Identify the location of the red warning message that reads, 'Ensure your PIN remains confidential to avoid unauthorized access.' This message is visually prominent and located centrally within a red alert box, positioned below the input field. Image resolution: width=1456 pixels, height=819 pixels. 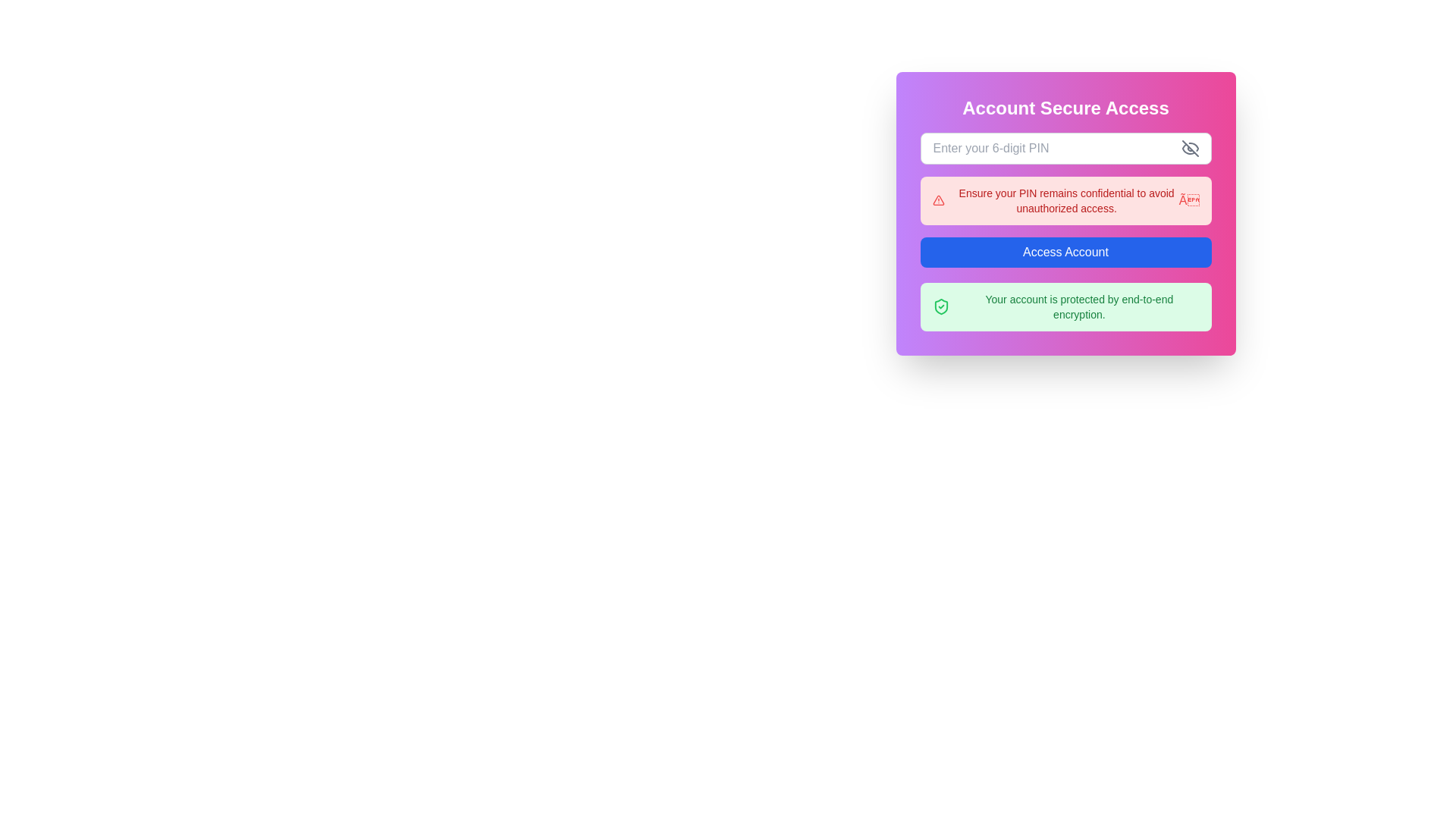
(1065, 200).